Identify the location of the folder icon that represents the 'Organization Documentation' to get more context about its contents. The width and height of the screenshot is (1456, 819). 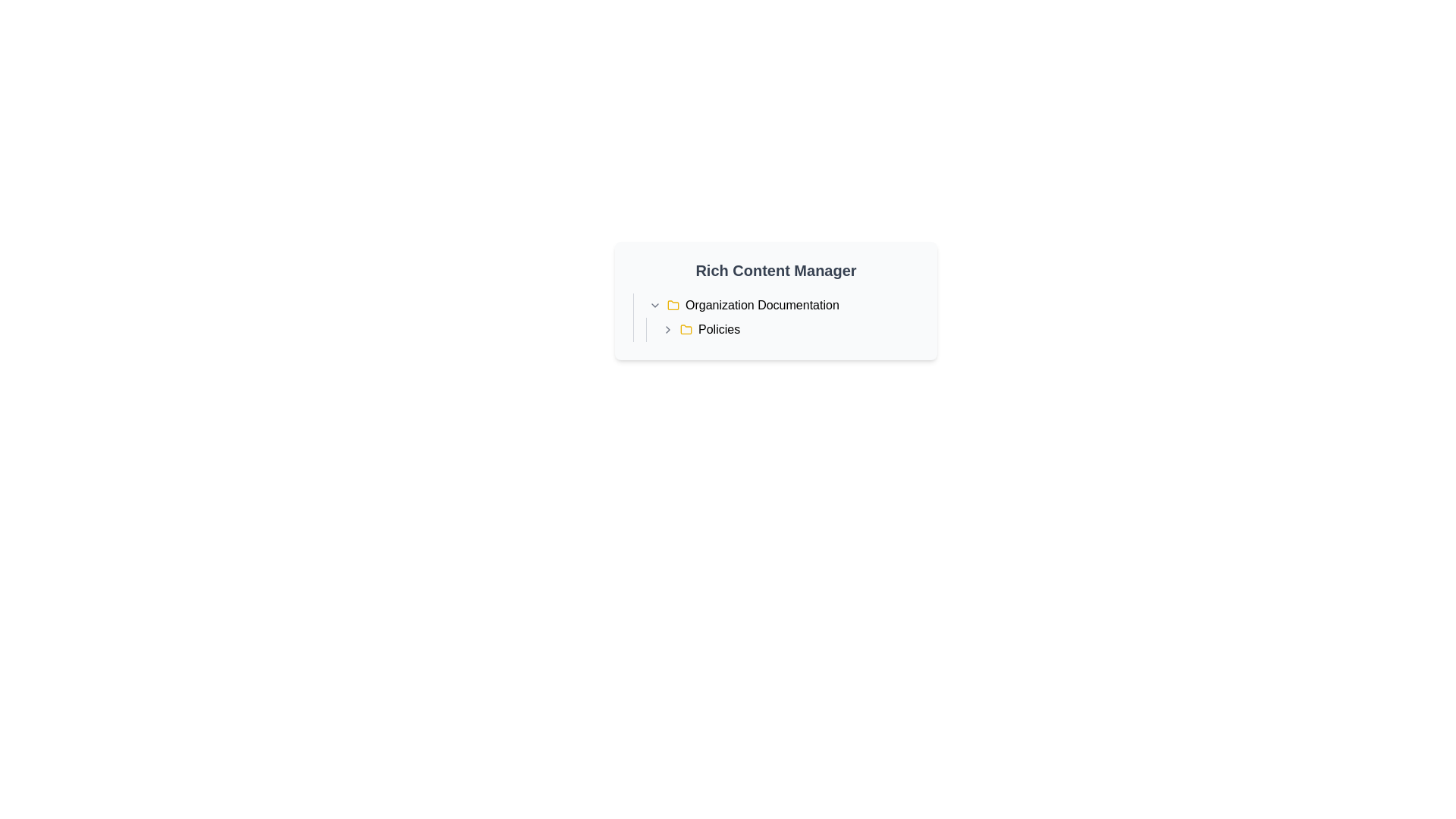
(673, 304).